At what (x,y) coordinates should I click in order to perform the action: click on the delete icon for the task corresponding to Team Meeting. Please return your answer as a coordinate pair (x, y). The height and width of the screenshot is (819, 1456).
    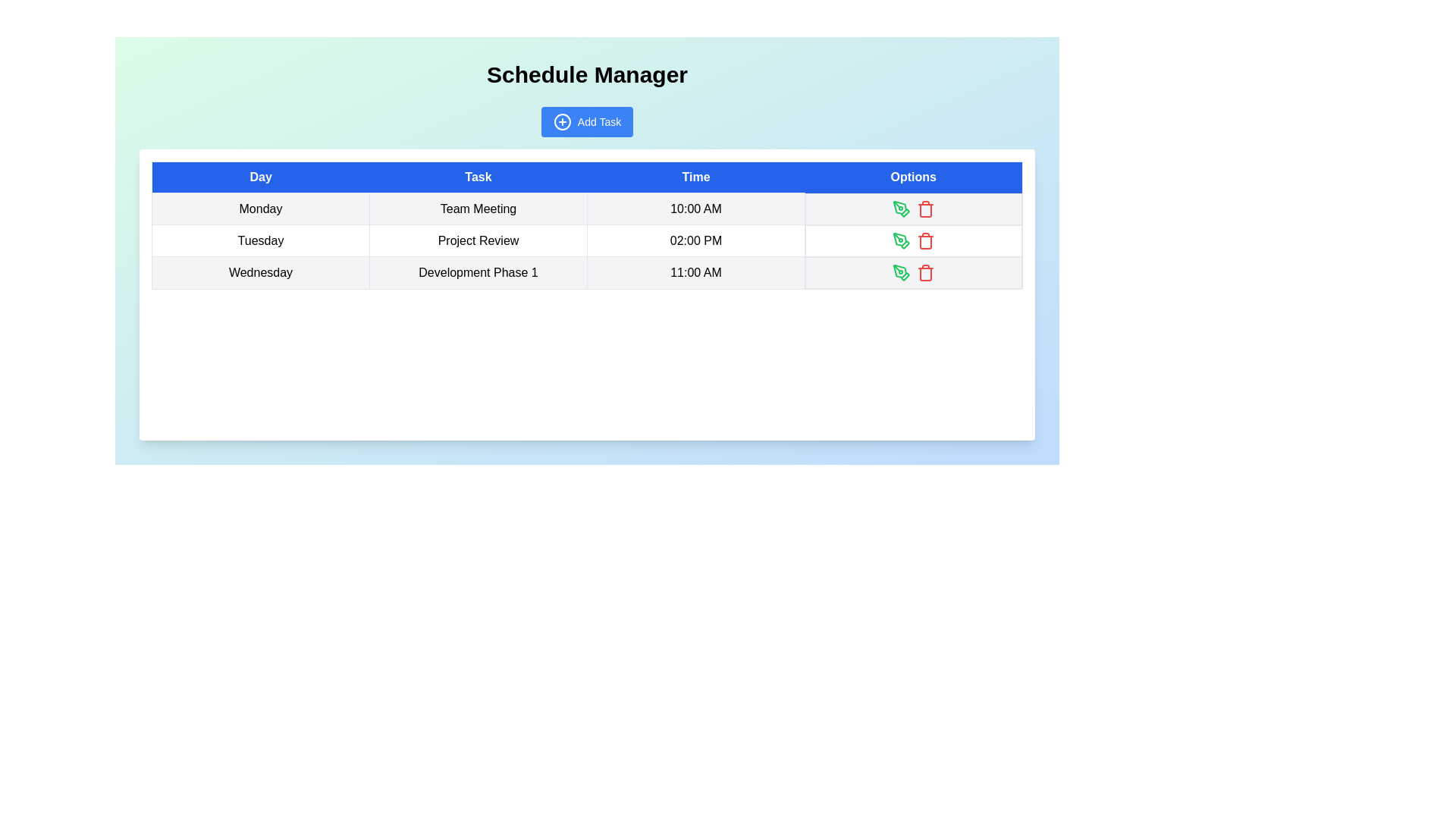
    Looking at the image, I should click on (924, 209).